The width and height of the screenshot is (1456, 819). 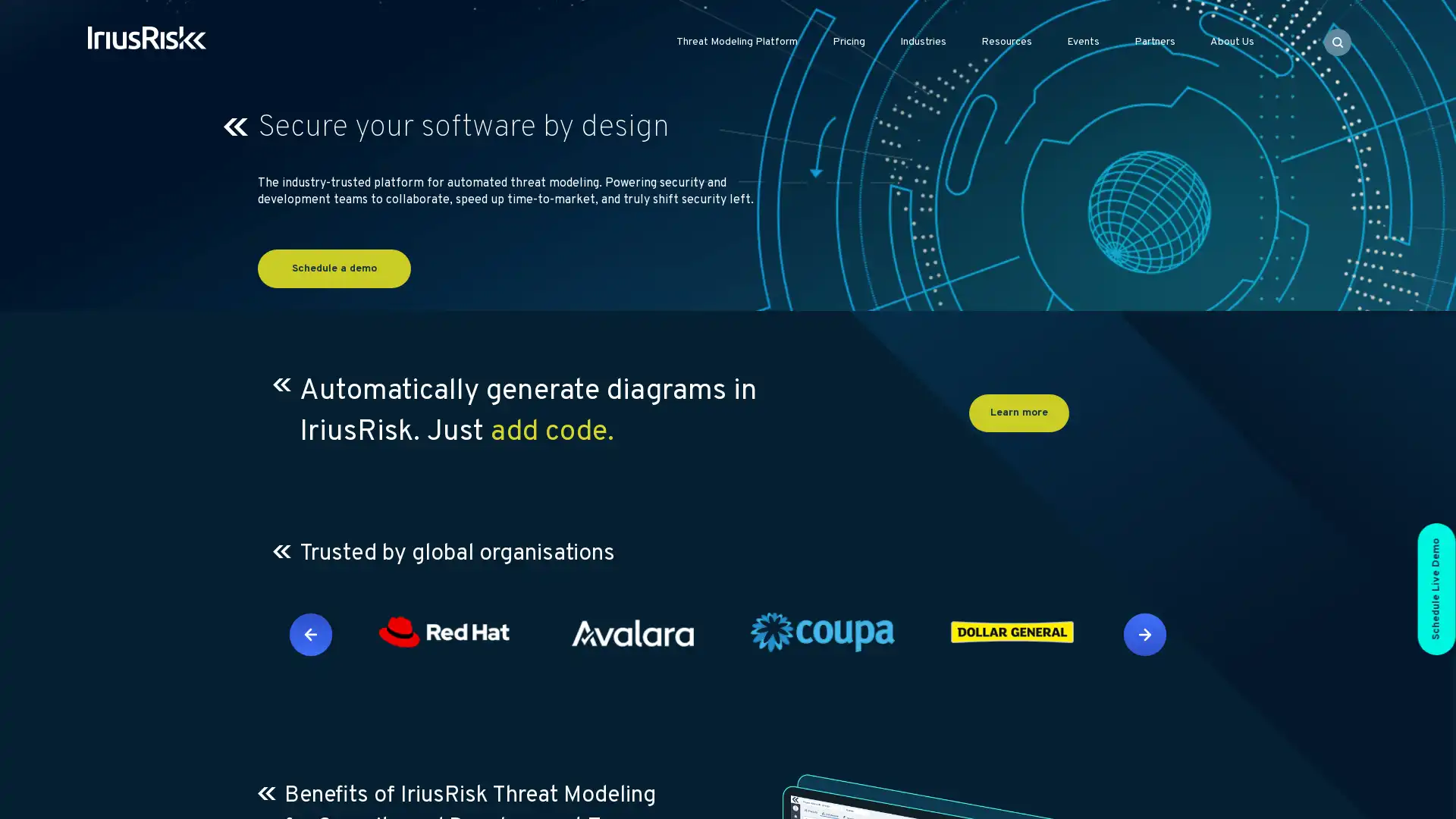 What do you see at coordinates (309, 631) in the screenshot?
I see `Previous slide` at bounding box center [309, 631].